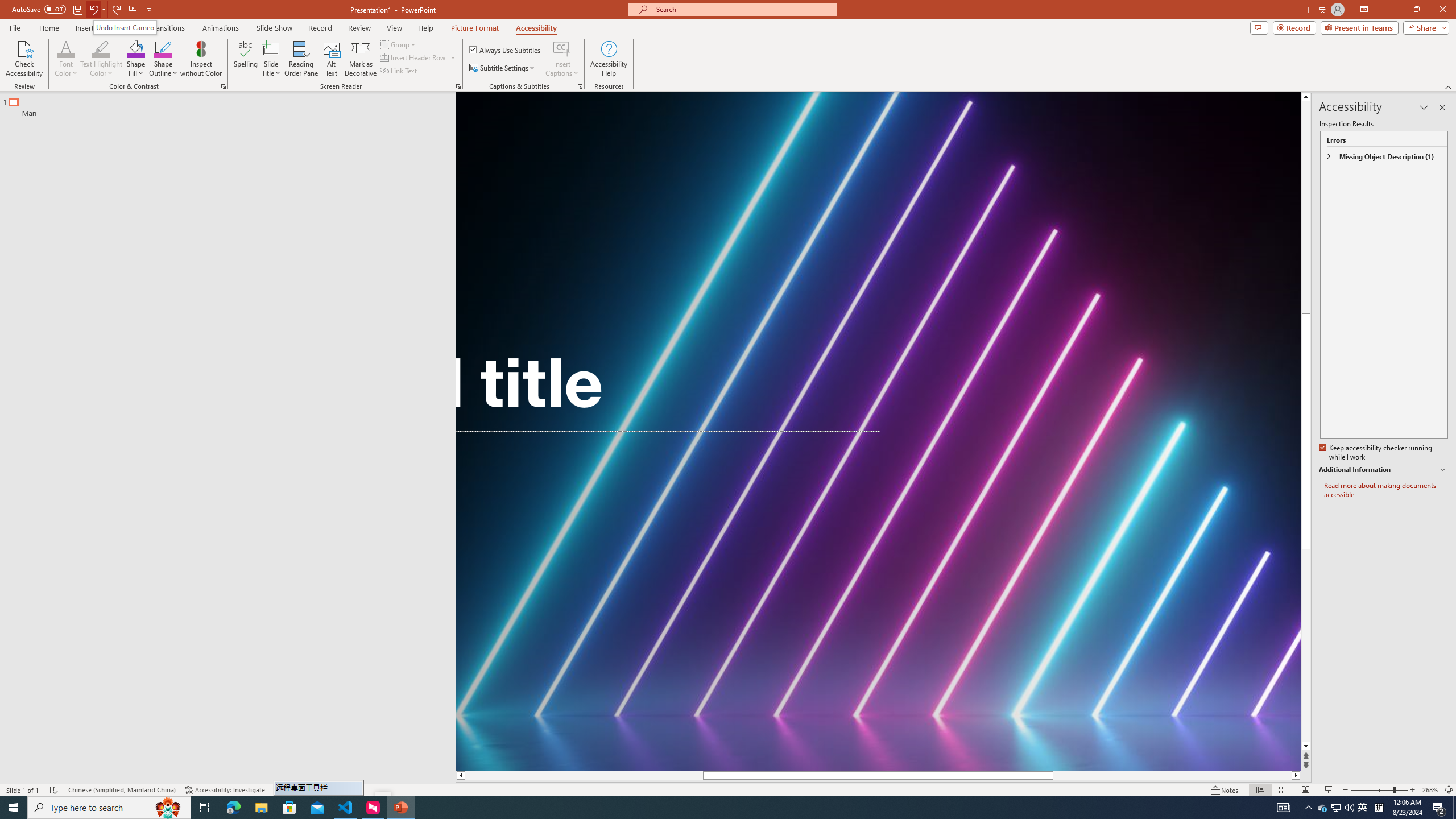  What do you see at coordinates (399, 69) in the screenshot?
I see `'Link Text'` at bounding box center [399, 69].